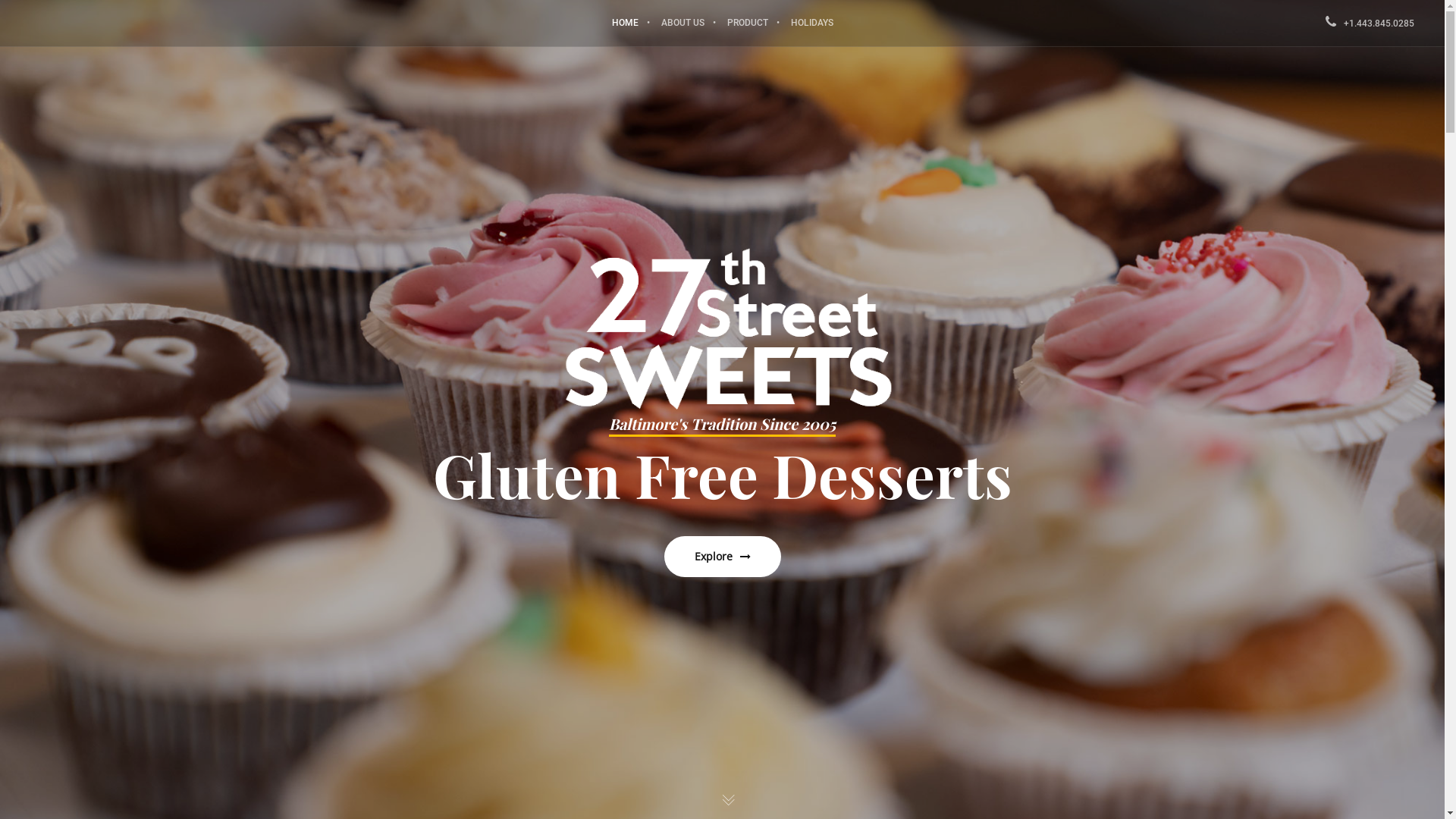 Image resolution: width=1456 pixels, height=819 pixels. I want to click on 'Explore', so click(664, 556).